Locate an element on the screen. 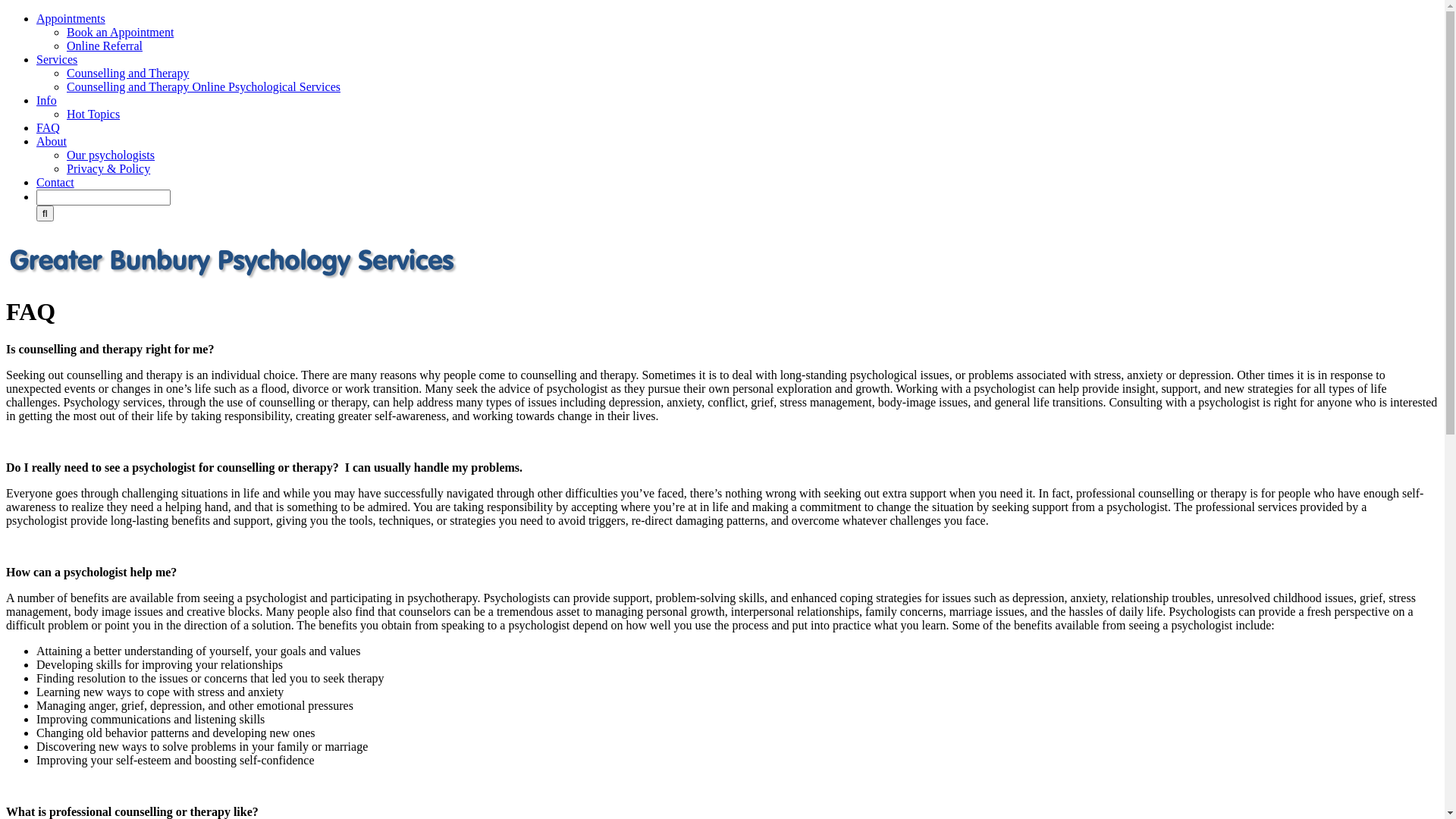  'Privacy & Policy' is located at coordinates (108, 168).